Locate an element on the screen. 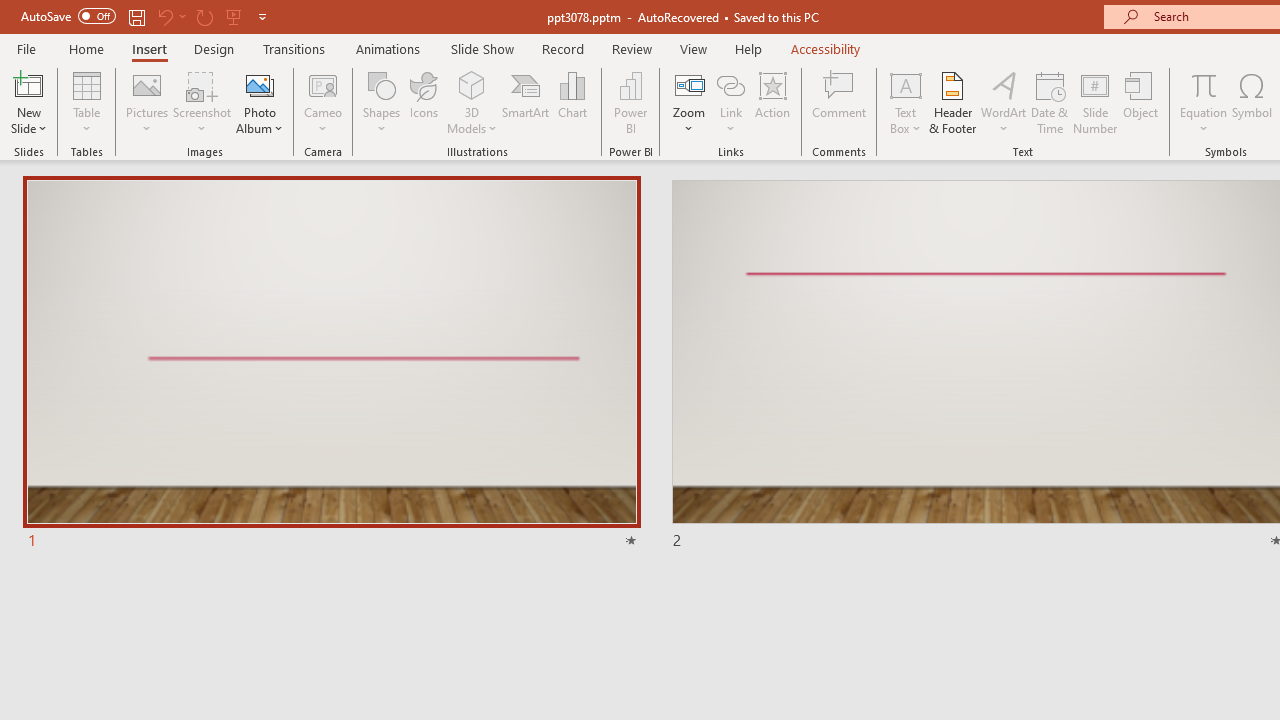 The height and width of the screenshot is (720, 1280). 'Photo Album...' is located at coordinates (258, 103).